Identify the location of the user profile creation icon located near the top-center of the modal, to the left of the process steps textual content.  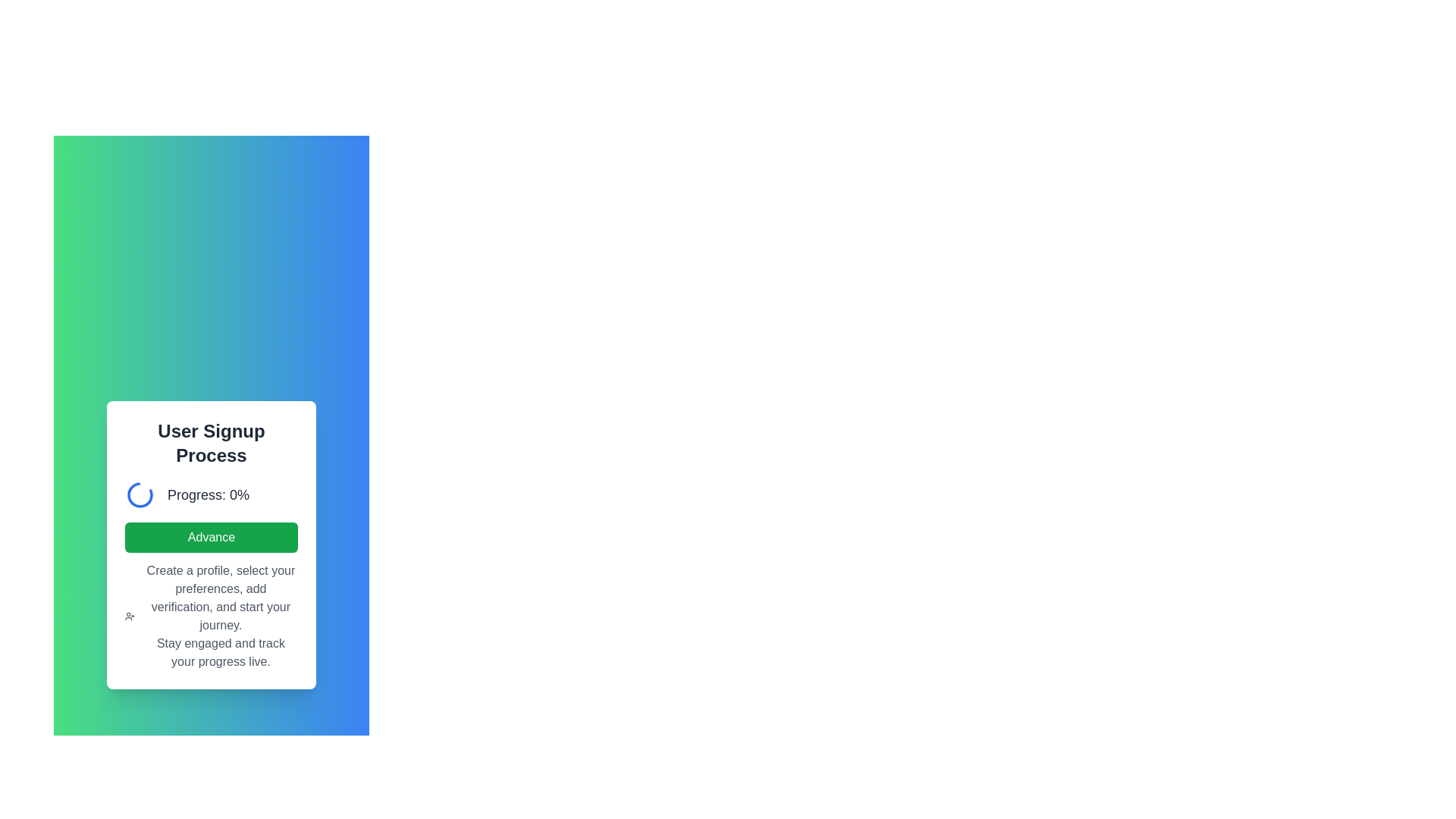
(130, 617).